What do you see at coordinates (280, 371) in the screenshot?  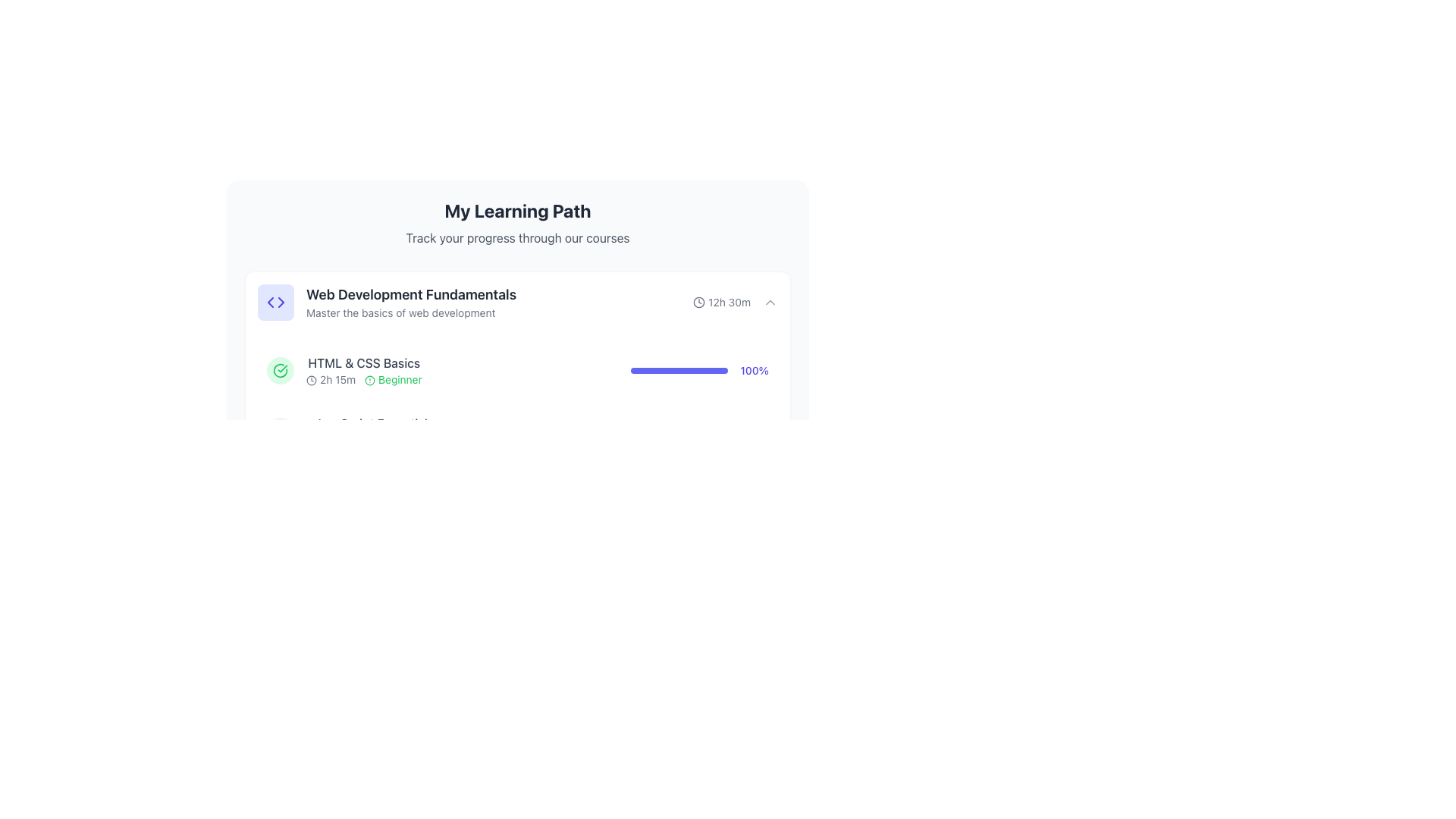 I see `the Status Indicator Icon, which visually indicates the completion or status of the 'HTML & CSS Basics' course, located to the left of the course title` at bounding box center [280, 371].